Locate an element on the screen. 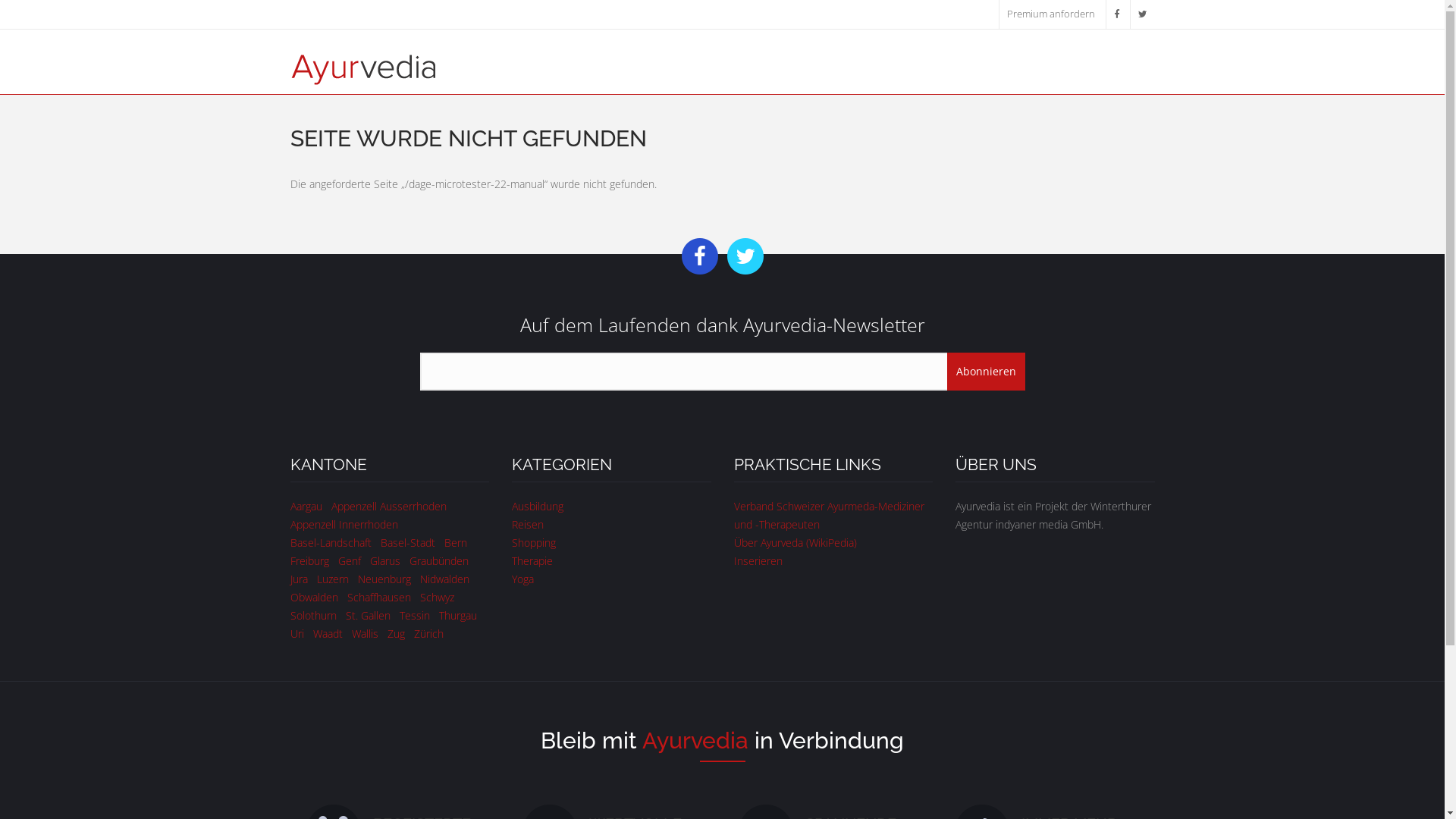  'Ausbildung' is located at coordinates (538, 506).